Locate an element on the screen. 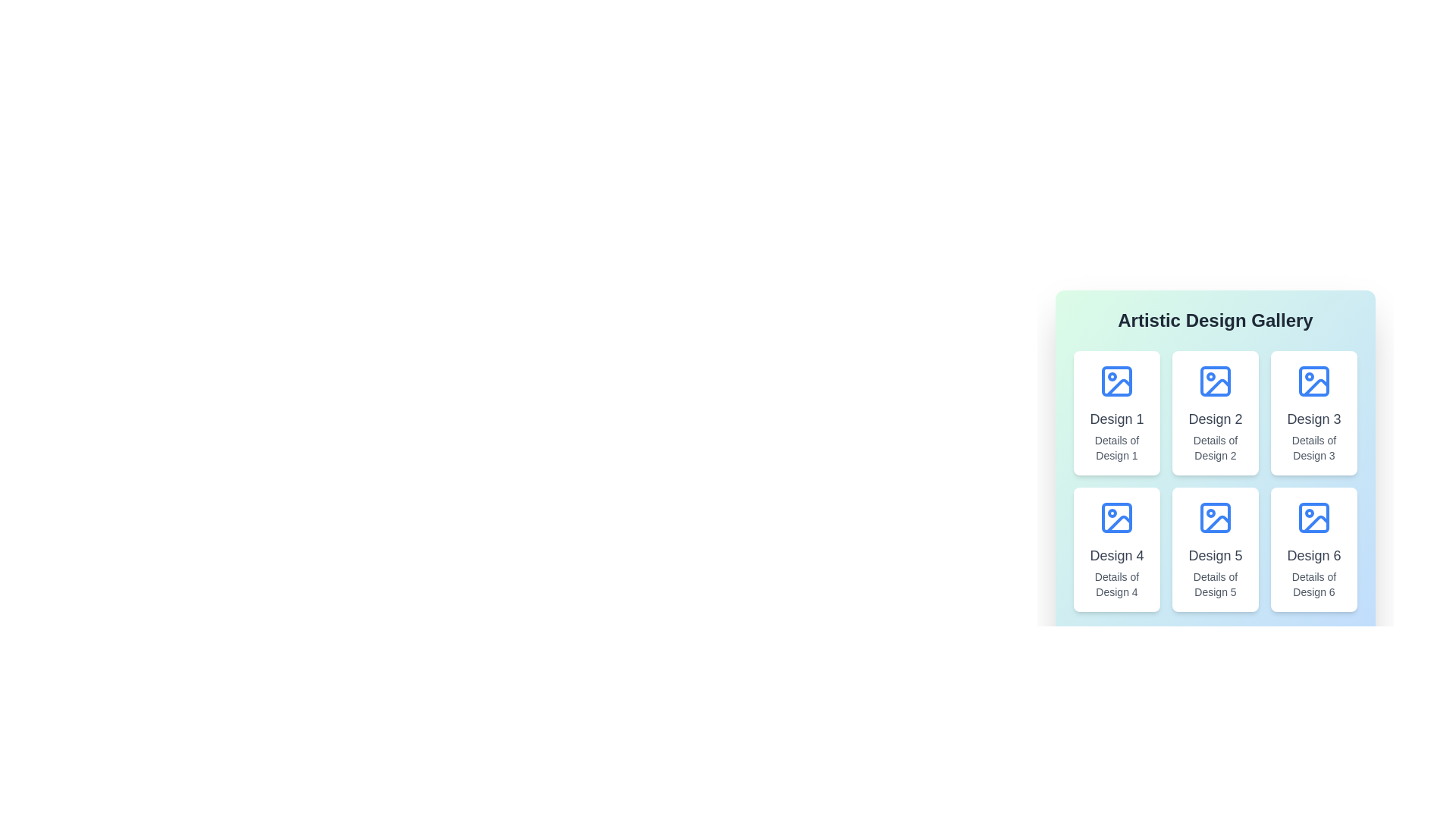  static text providing additional information about 'Design 4' located in the second row, first column of the gallery layout is located at coordinates (1117, 584).